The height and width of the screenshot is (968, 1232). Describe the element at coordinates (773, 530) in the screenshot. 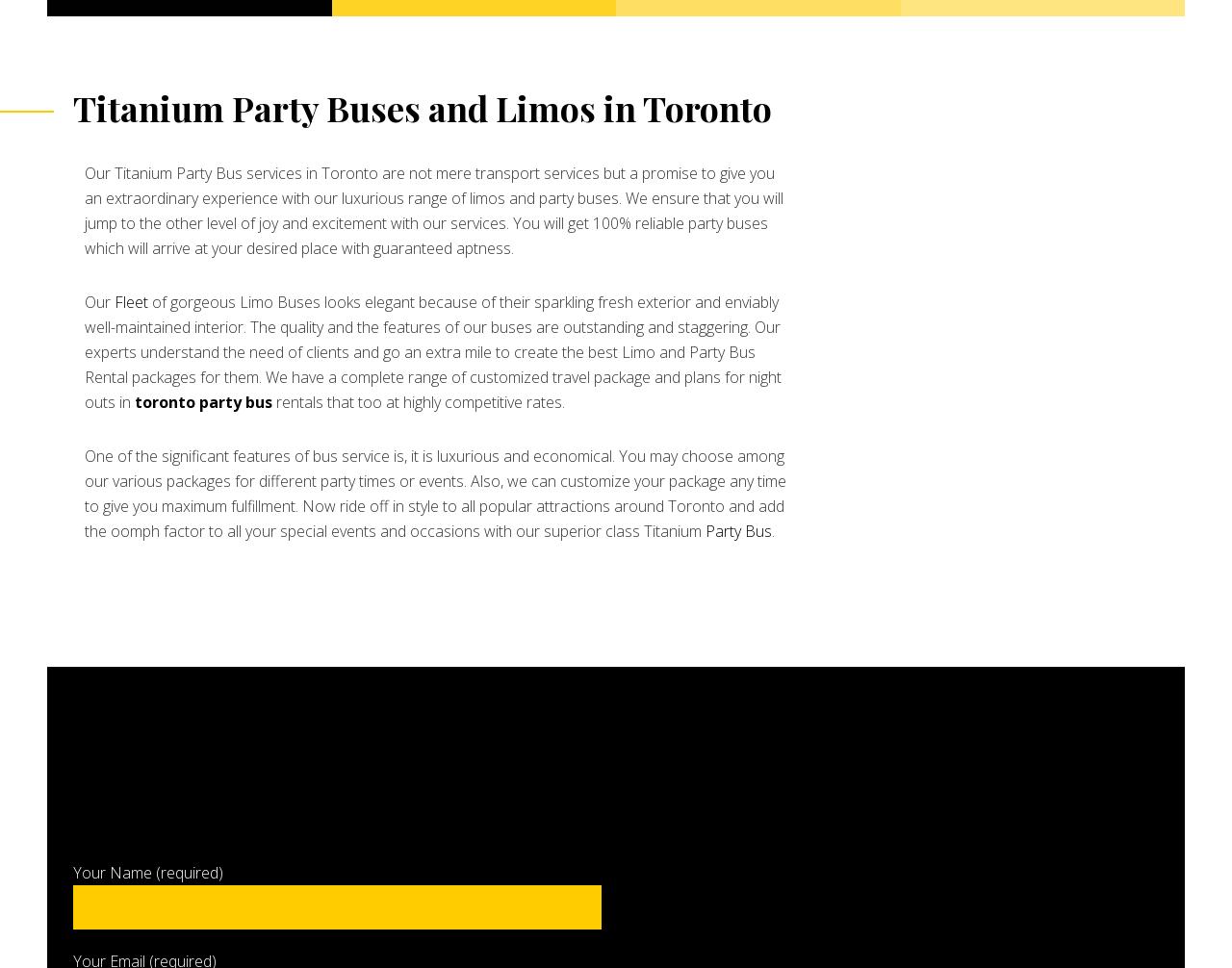

I see `'.'` at that location.